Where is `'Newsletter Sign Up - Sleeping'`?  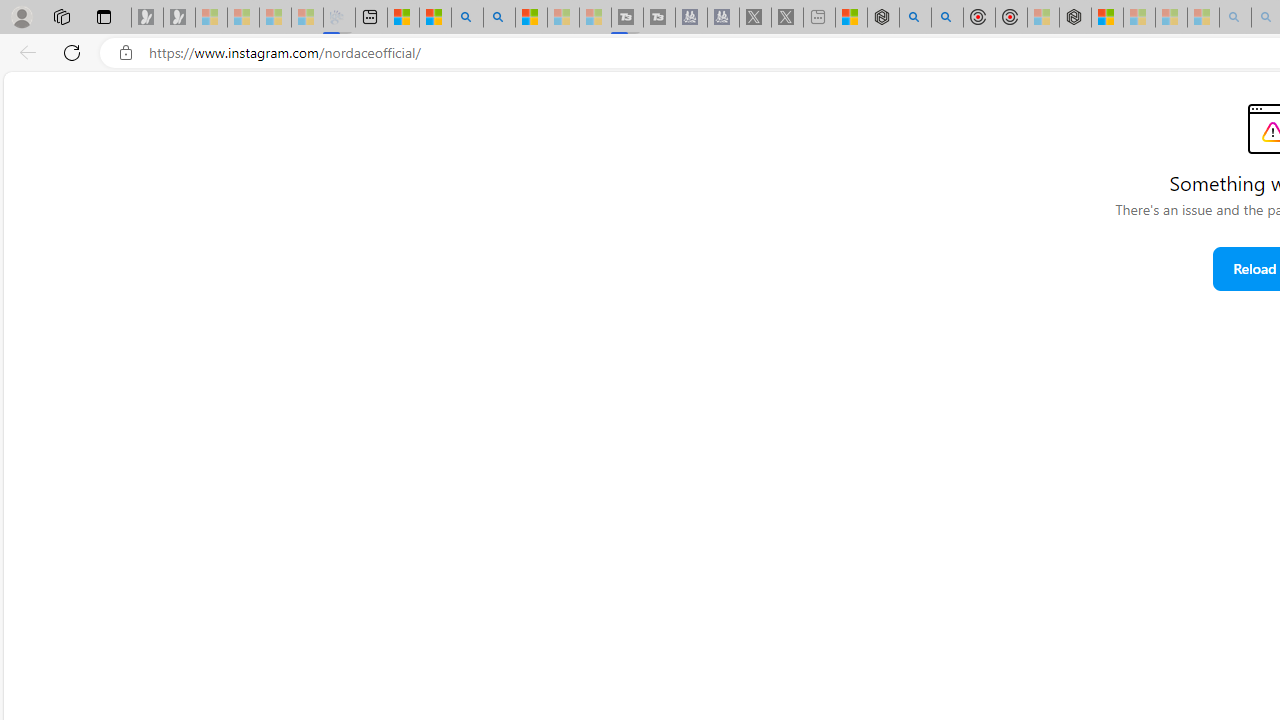
'Newsletter Sign Up - Sleeping' is located at coordinates (179, 17).